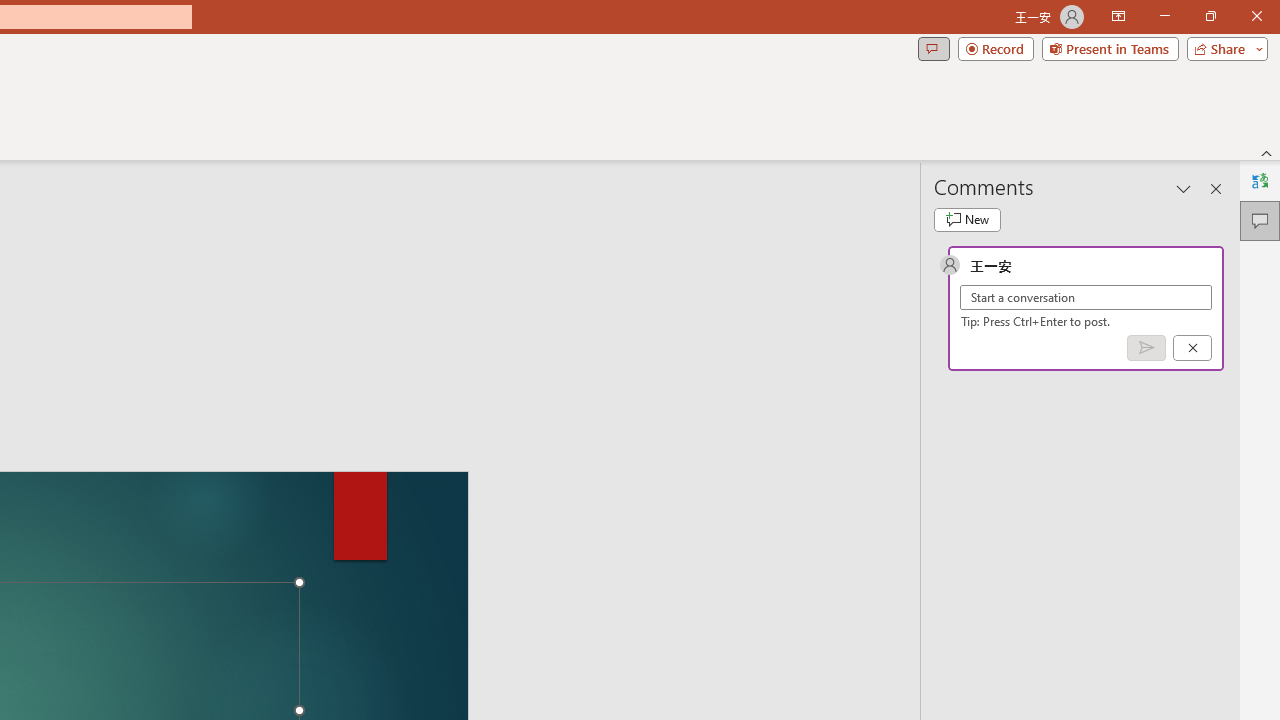 This screenshot has width=1280, height=720. What do you see at coordinates (967, 219) in the screenshot?
I see `'New comment'` at bounding box center [967, 219].